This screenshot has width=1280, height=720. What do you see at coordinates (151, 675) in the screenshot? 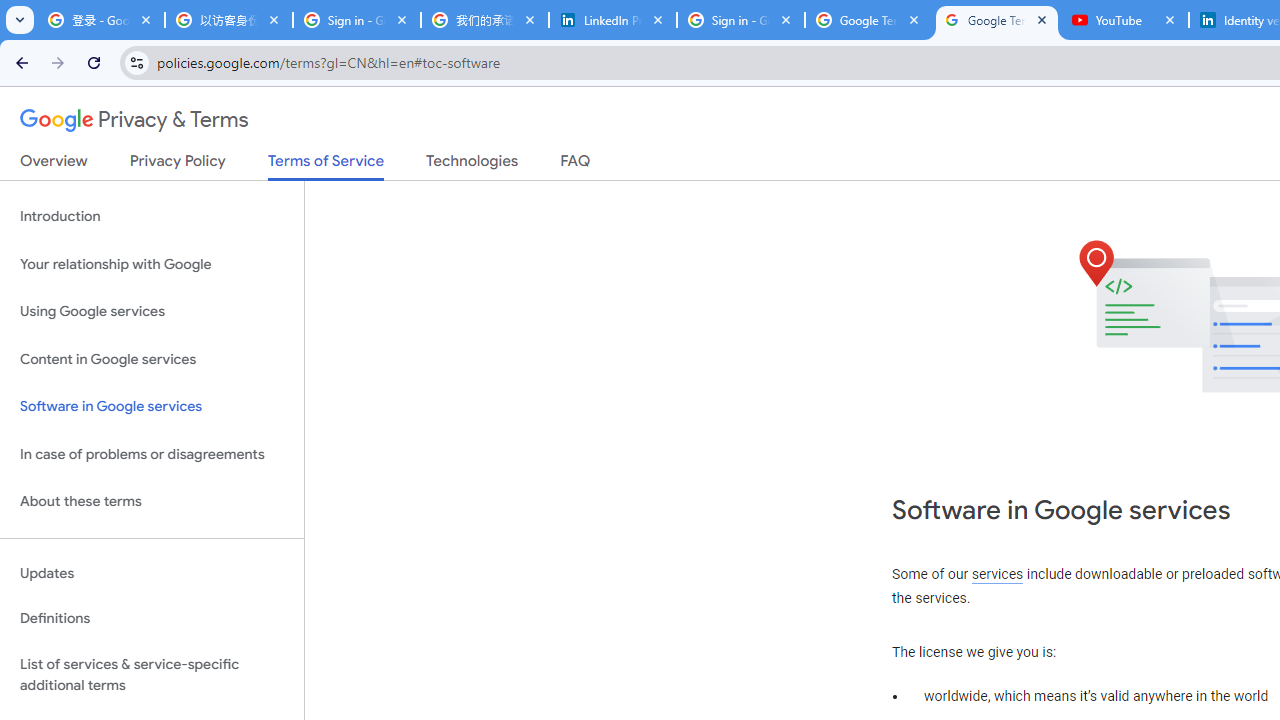
I see `'List of services & service-specific additional terms'` at bounding box center [151, 675].